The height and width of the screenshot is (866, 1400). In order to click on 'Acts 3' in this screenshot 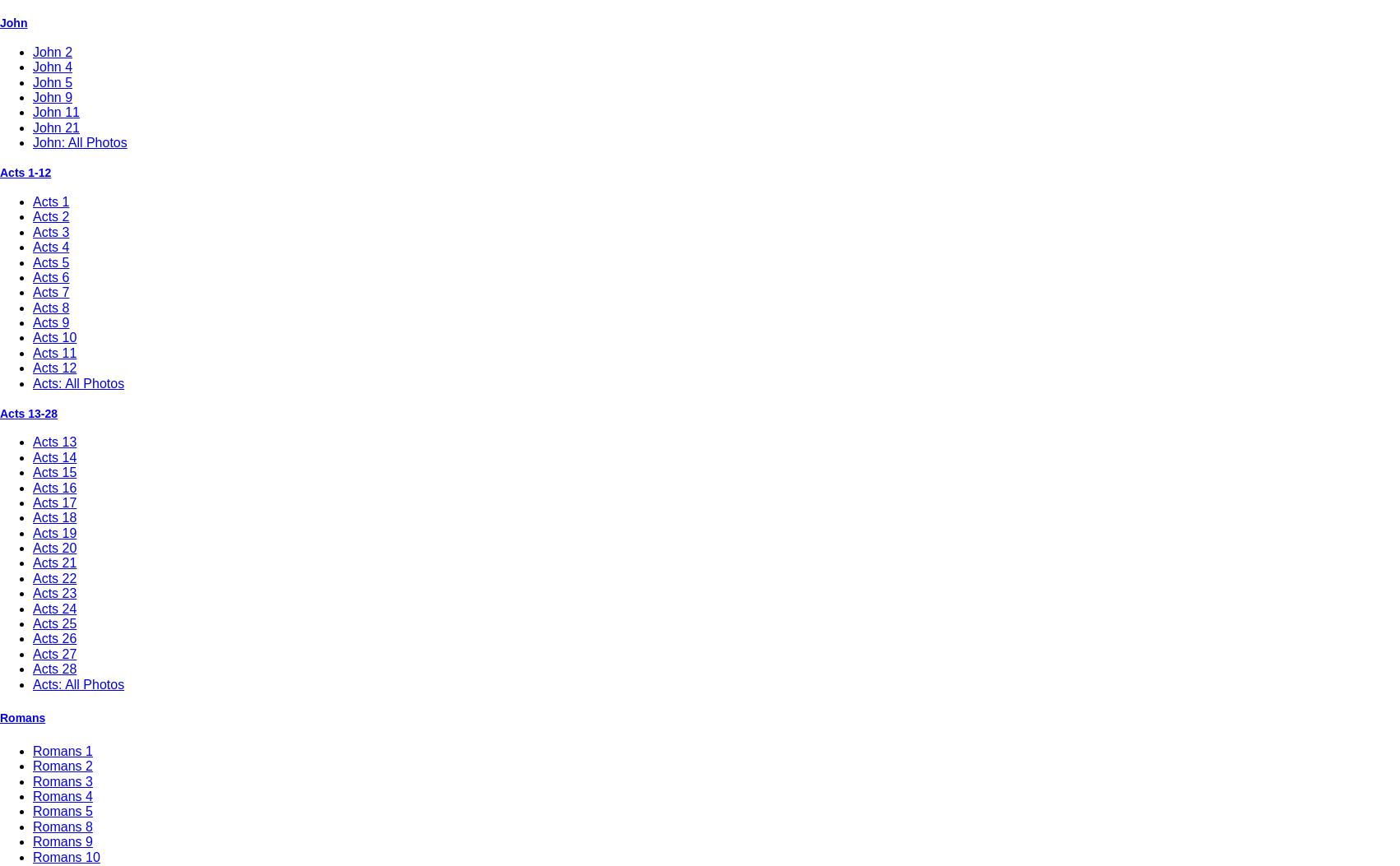, I will do `click(50, 230)`.